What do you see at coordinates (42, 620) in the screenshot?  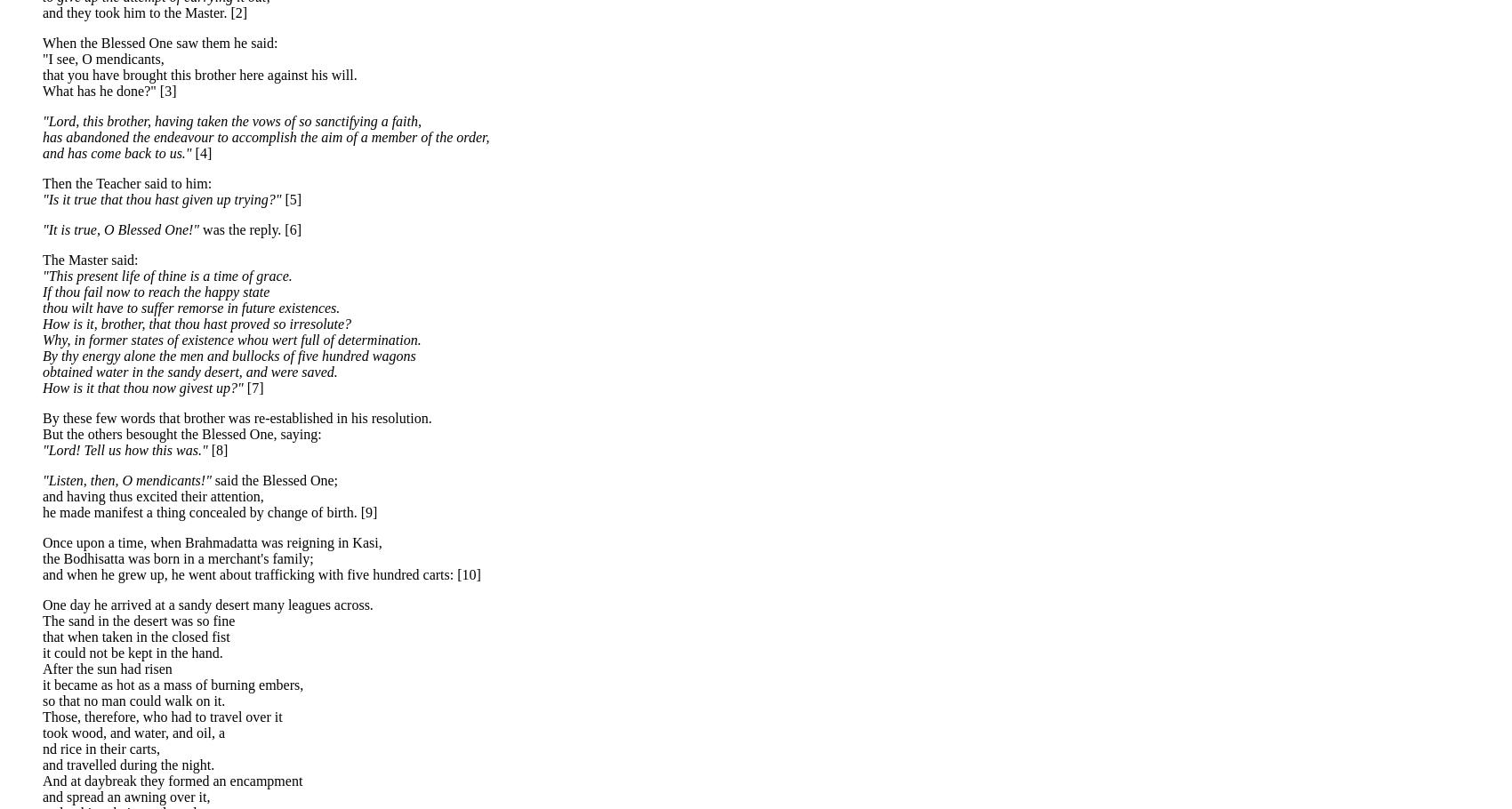 I see `'The sand in the desert was so fine'` at bounding box center [42, 620].